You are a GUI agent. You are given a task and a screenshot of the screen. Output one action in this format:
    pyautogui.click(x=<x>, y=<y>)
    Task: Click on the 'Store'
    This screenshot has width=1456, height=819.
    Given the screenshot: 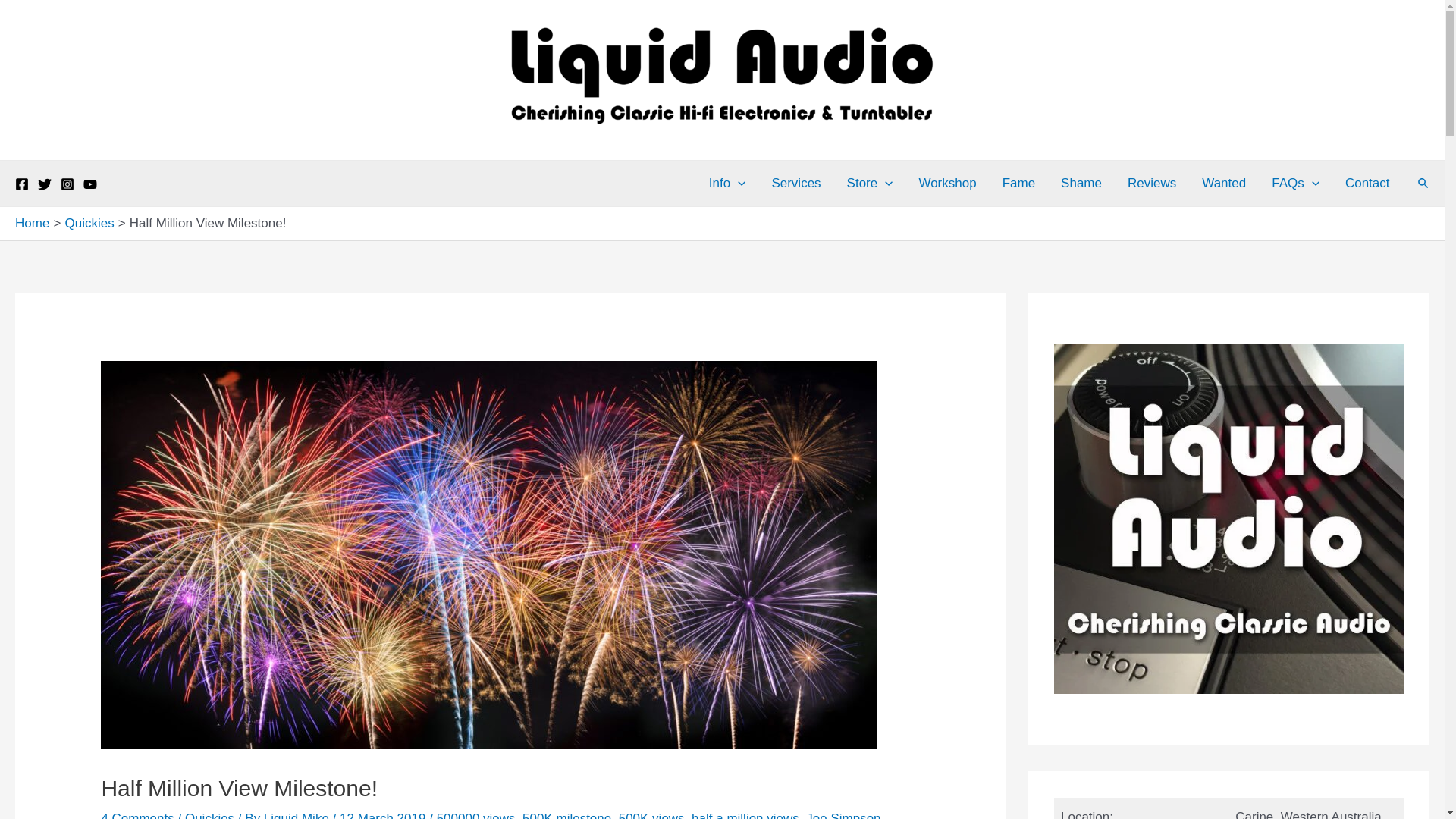 What is the action you would take?
    pyautogui.click(x=870, y=183)
    